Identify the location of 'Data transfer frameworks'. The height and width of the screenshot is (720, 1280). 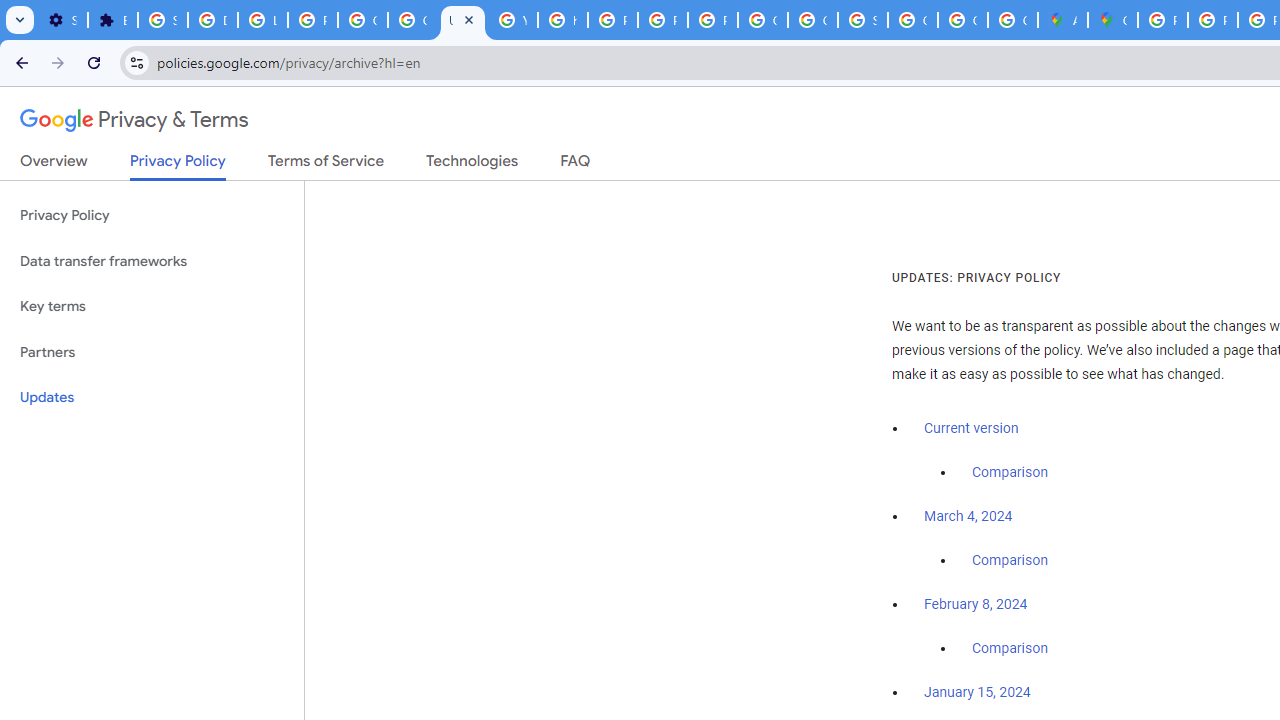
(151, 260).